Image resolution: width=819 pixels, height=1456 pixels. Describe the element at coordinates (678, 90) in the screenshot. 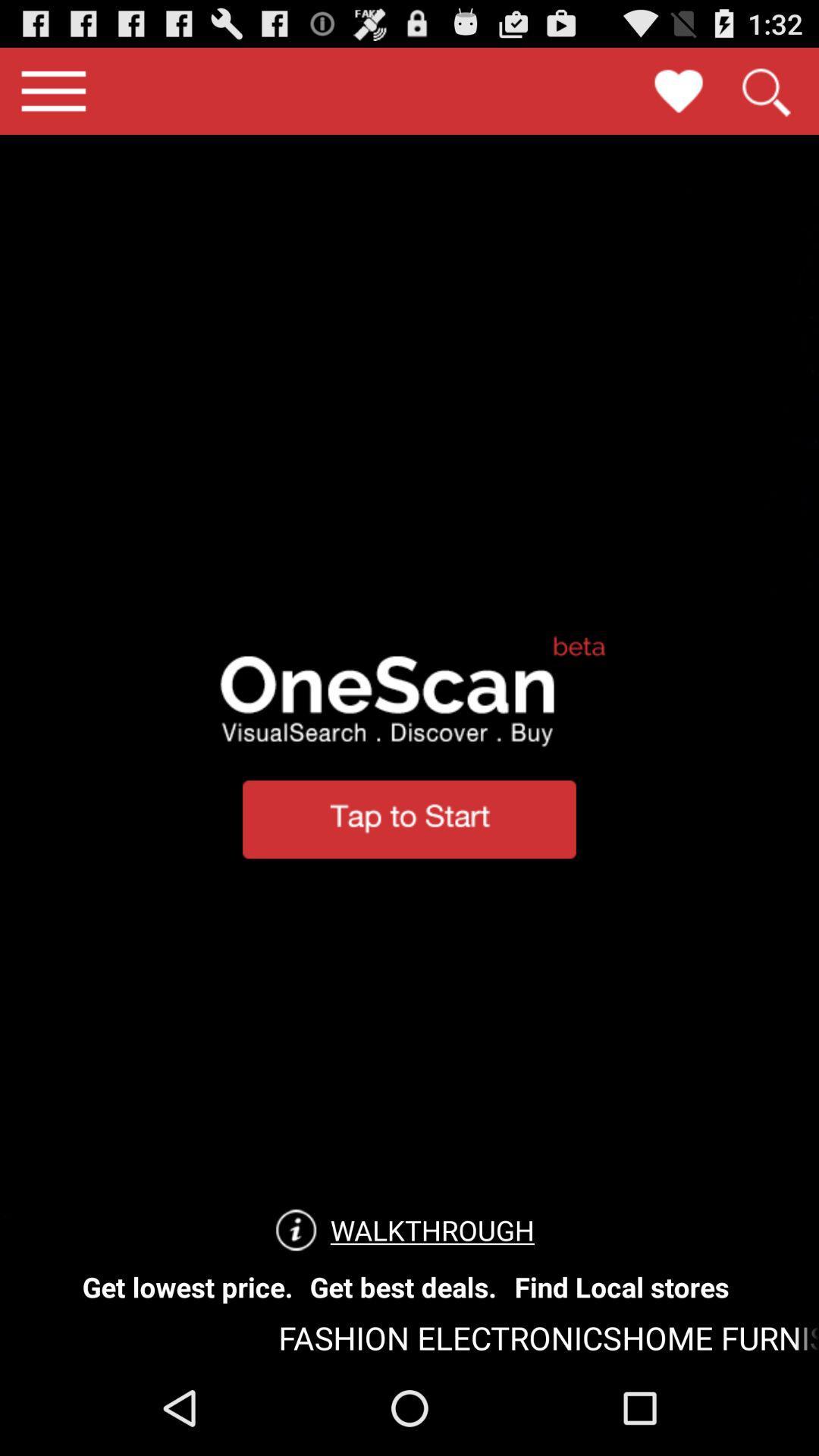

I see `mark as a favorite` at that location.